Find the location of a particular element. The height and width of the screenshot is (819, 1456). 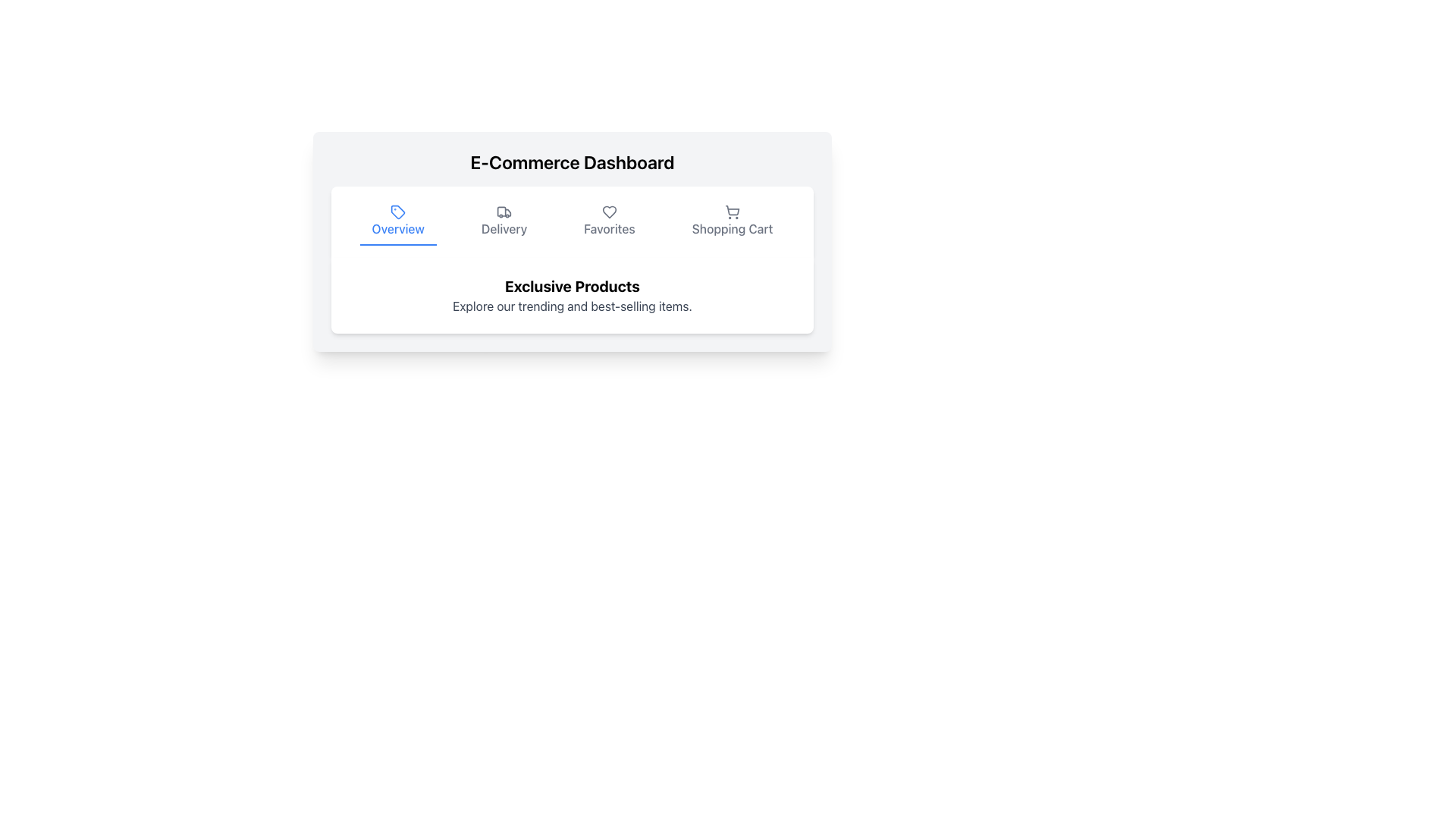

the truck icon located at the center of the 'Delivery' button in the navigation panel of the 'E-Commerce Dashboard' is located at coordinates (504, 212).